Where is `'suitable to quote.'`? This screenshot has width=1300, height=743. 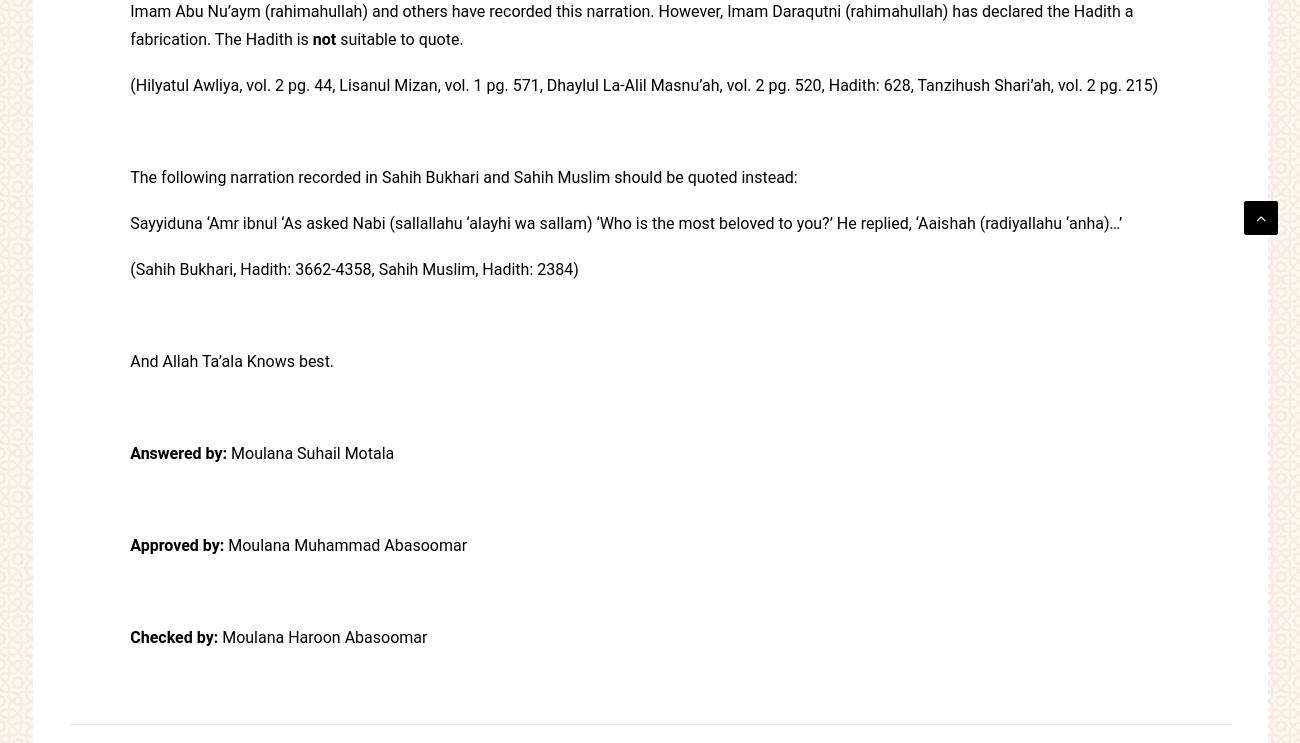
'suitable to quote.' is located at coordinates (399, 39).